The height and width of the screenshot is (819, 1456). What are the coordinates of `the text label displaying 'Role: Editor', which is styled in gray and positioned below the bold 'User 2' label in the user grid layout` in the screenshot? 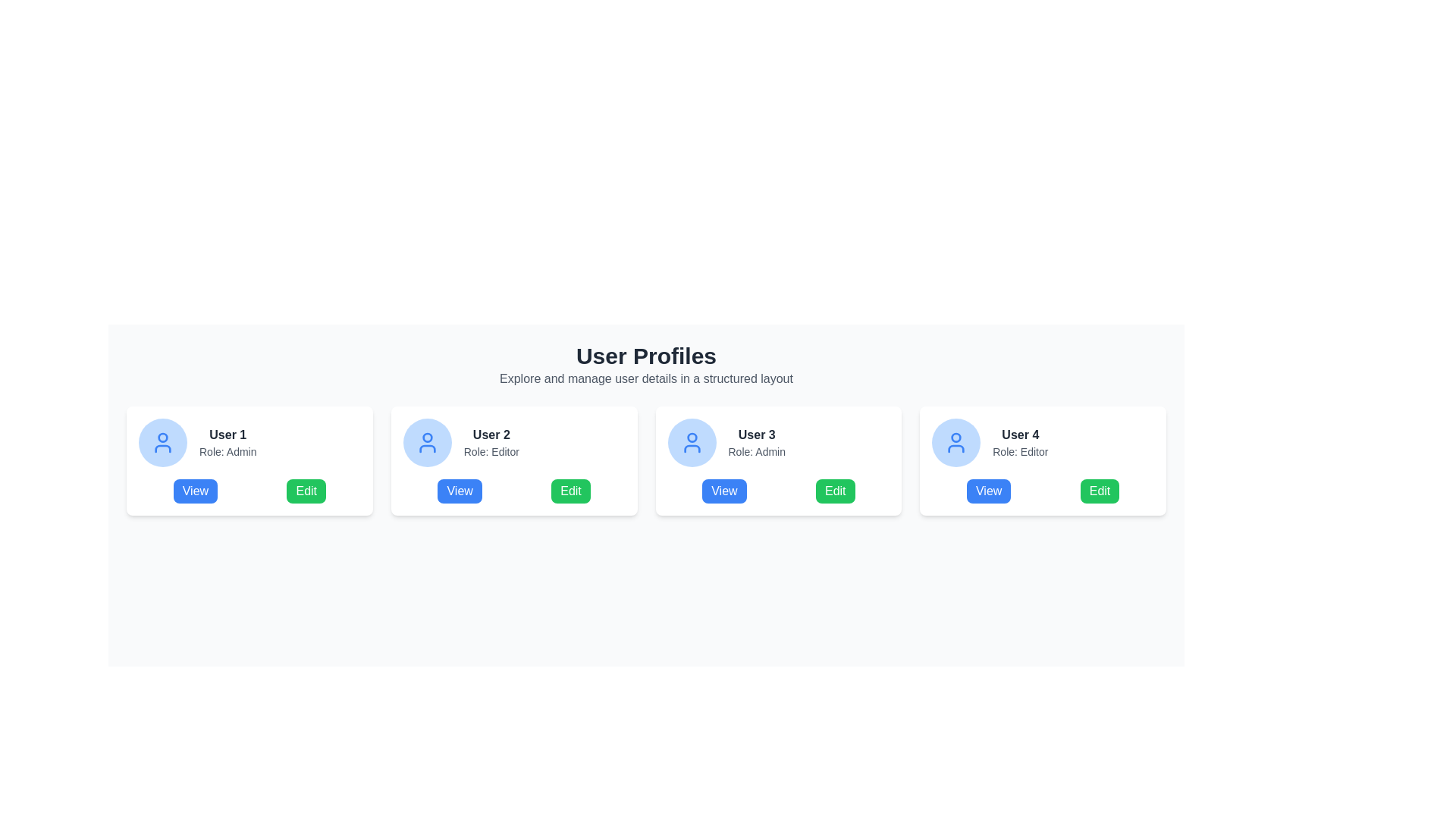 It's located at (491, 451).